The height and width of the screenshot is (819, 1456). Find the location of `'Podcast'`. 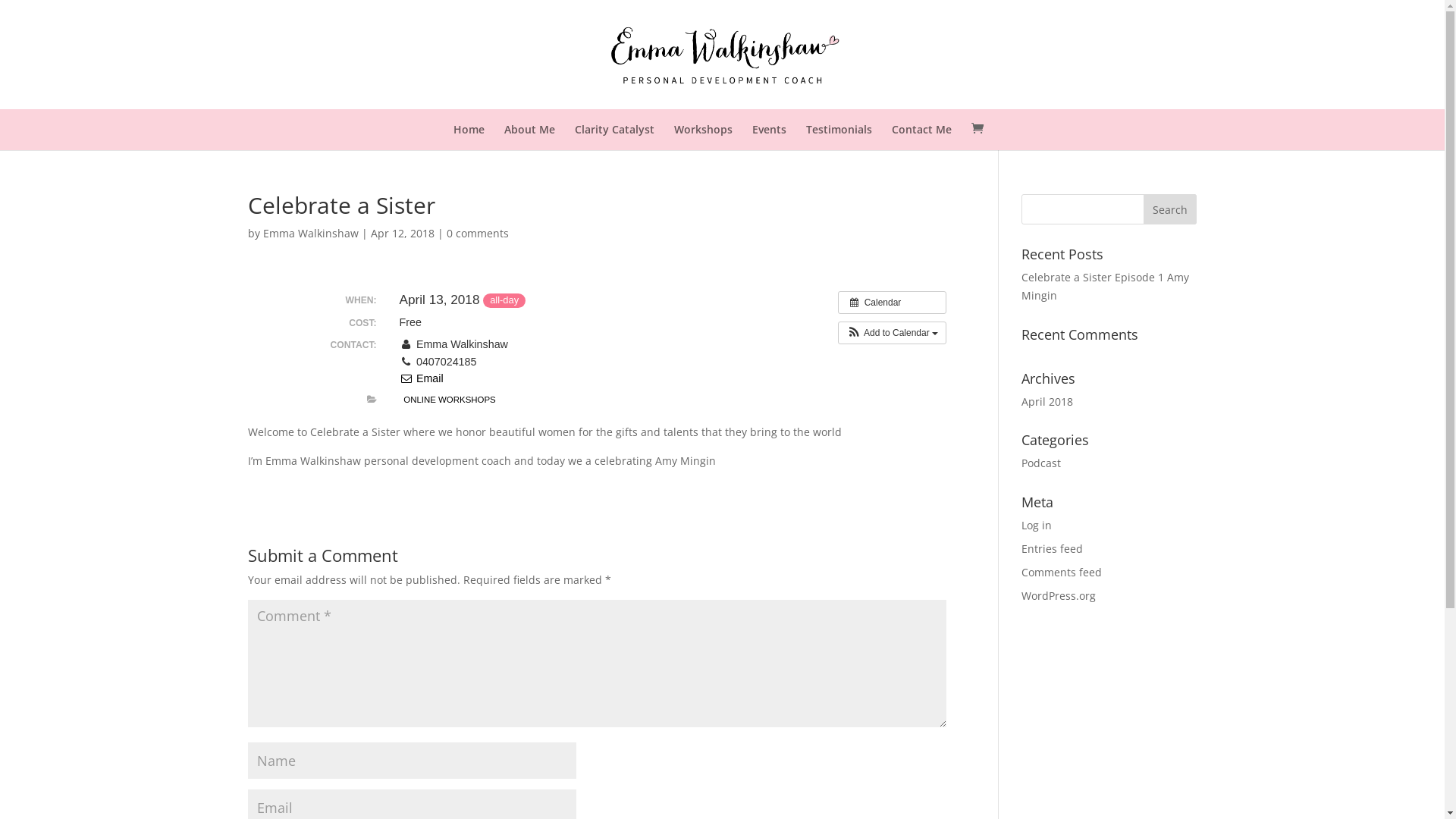

'Podcast' is located at coordinates (1040, 462).